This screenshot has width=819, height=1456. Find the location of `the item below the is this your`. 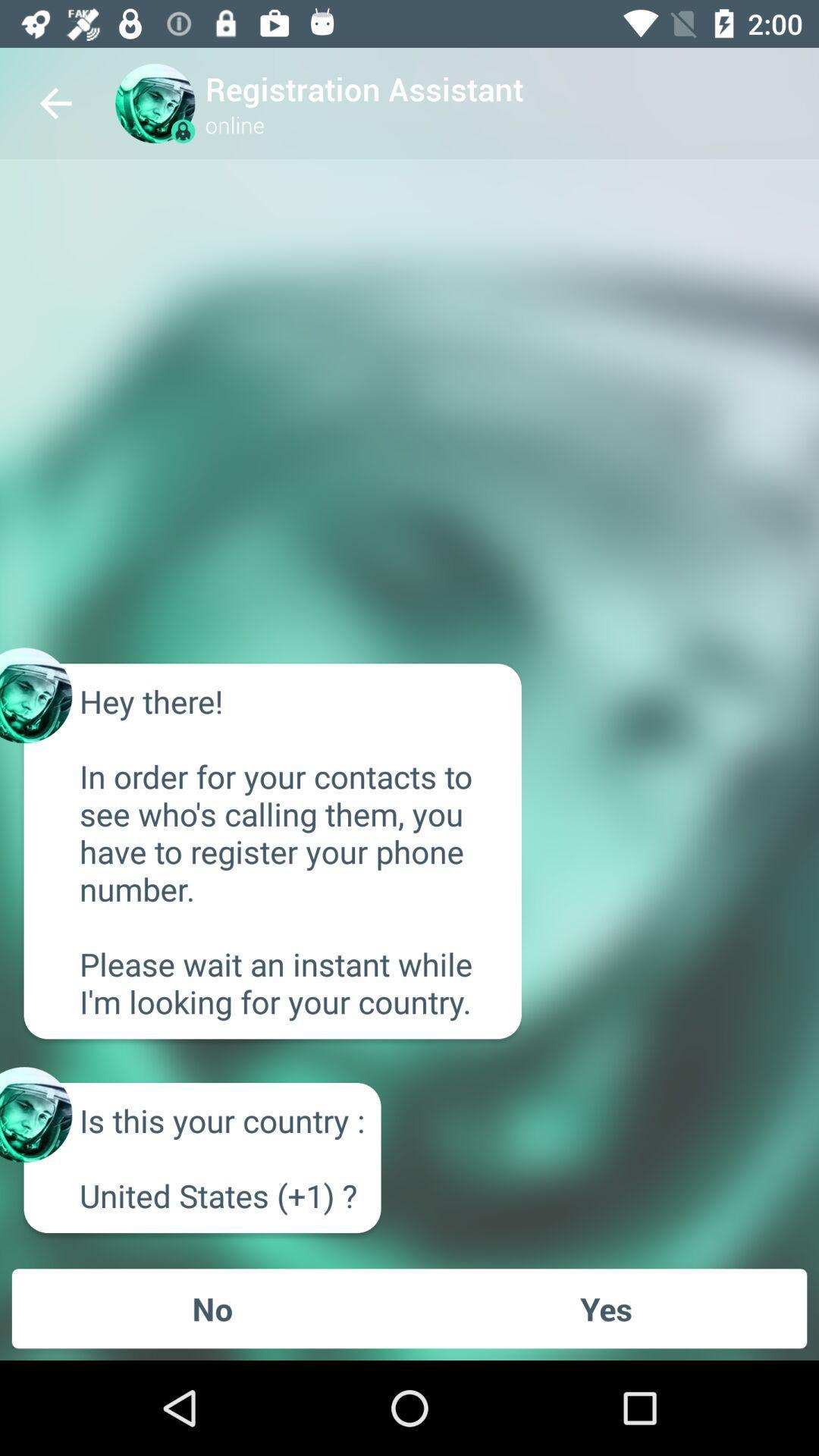

the item below the is this your is located at coordinates (212, 1307).